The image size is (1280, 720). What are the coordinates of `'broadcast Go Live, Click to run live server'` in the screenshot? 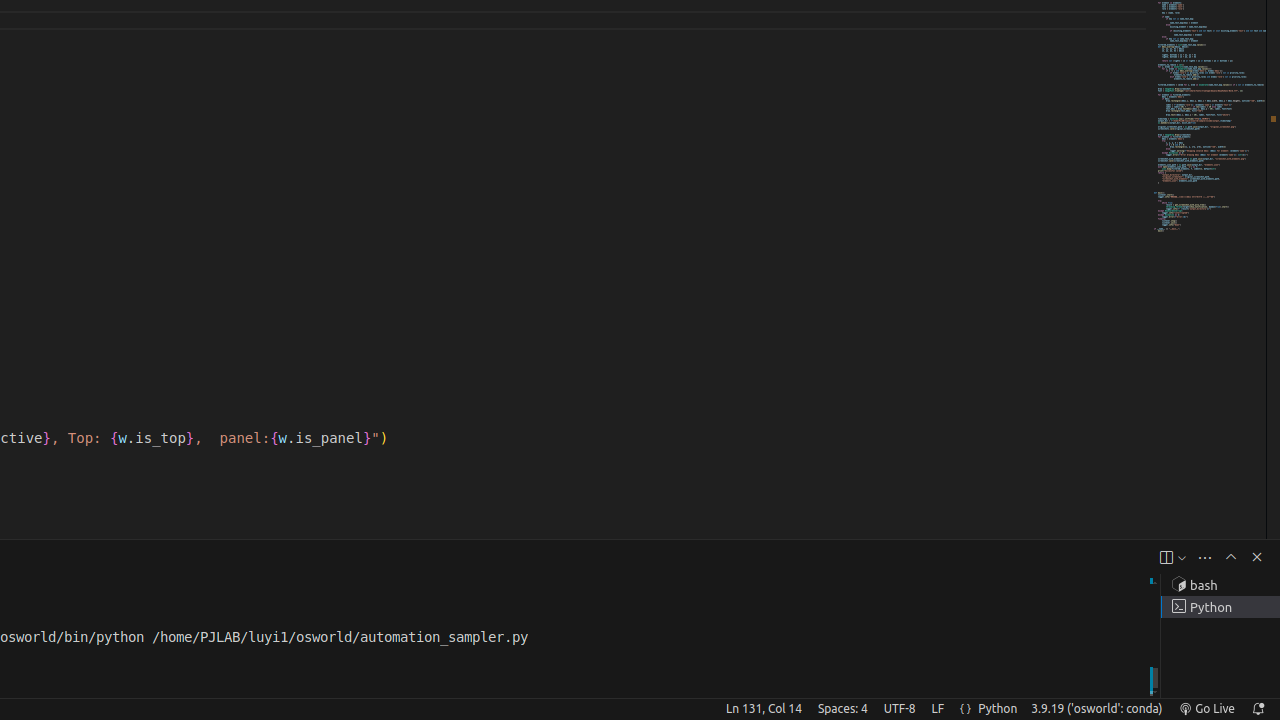 It's located at (1205, 707).